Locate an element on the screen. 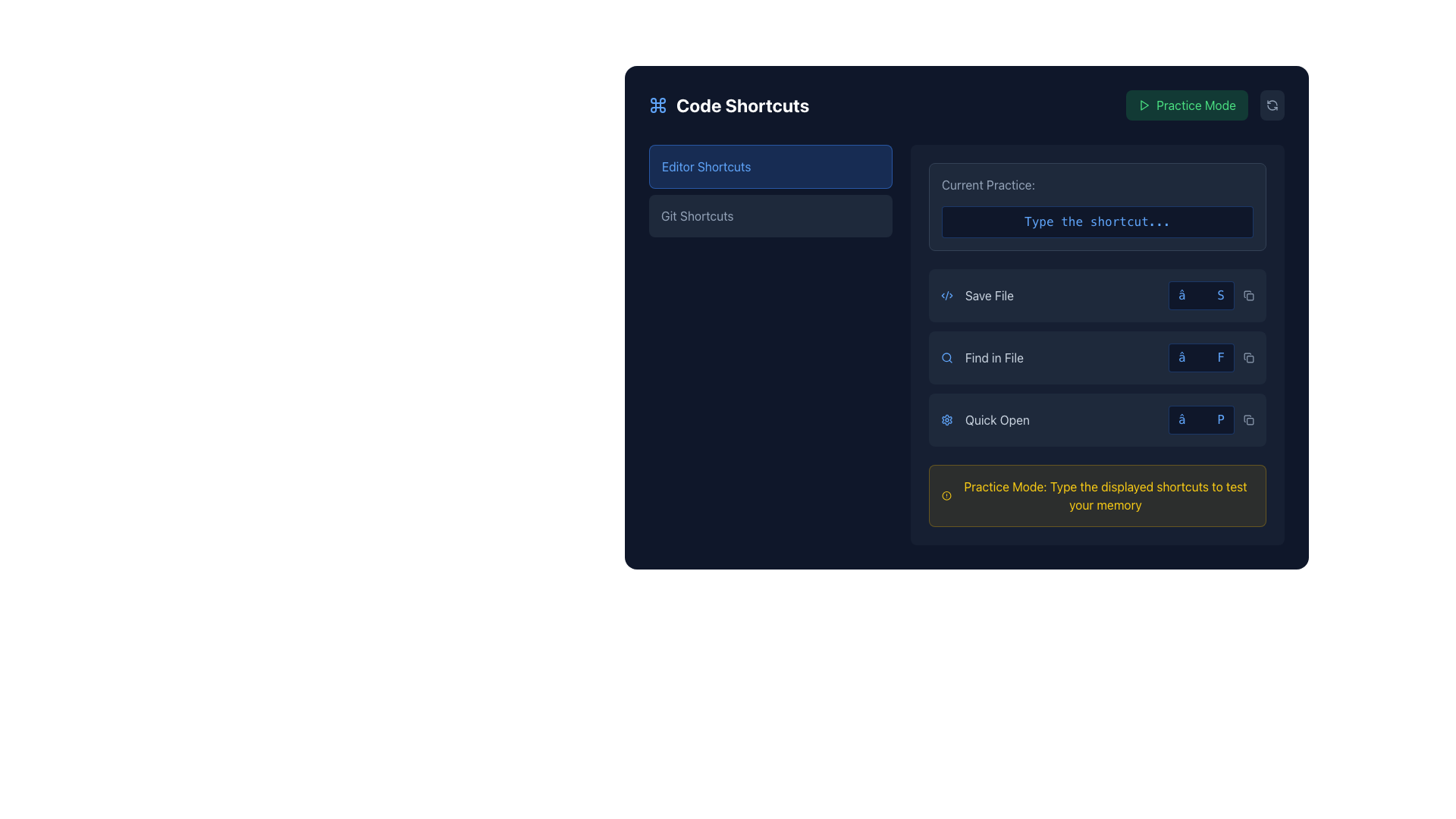 This screenshot has width=1456, height=819. the 'Practice Mode' interactive button located in the top-right section of the application interface for navigation purposes is located at coordinates (1186, 104).